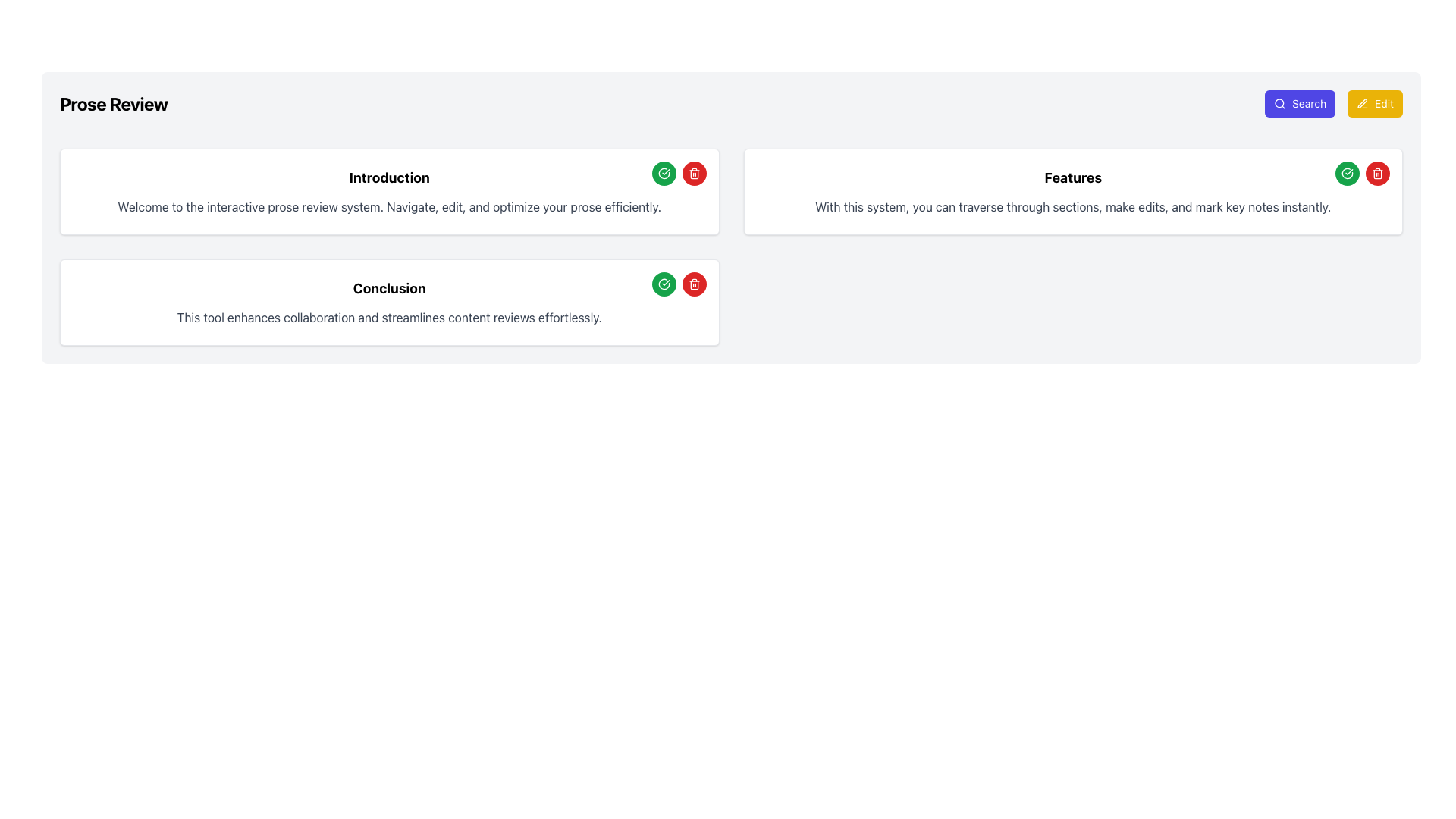 The image size is (1456, 819). Describe the element at coordinates (1072, 177) in the screenshot. I see `text from the title or heading Text Label located at the top-center of the white card, which summarizes or introduces the topic` at that location.